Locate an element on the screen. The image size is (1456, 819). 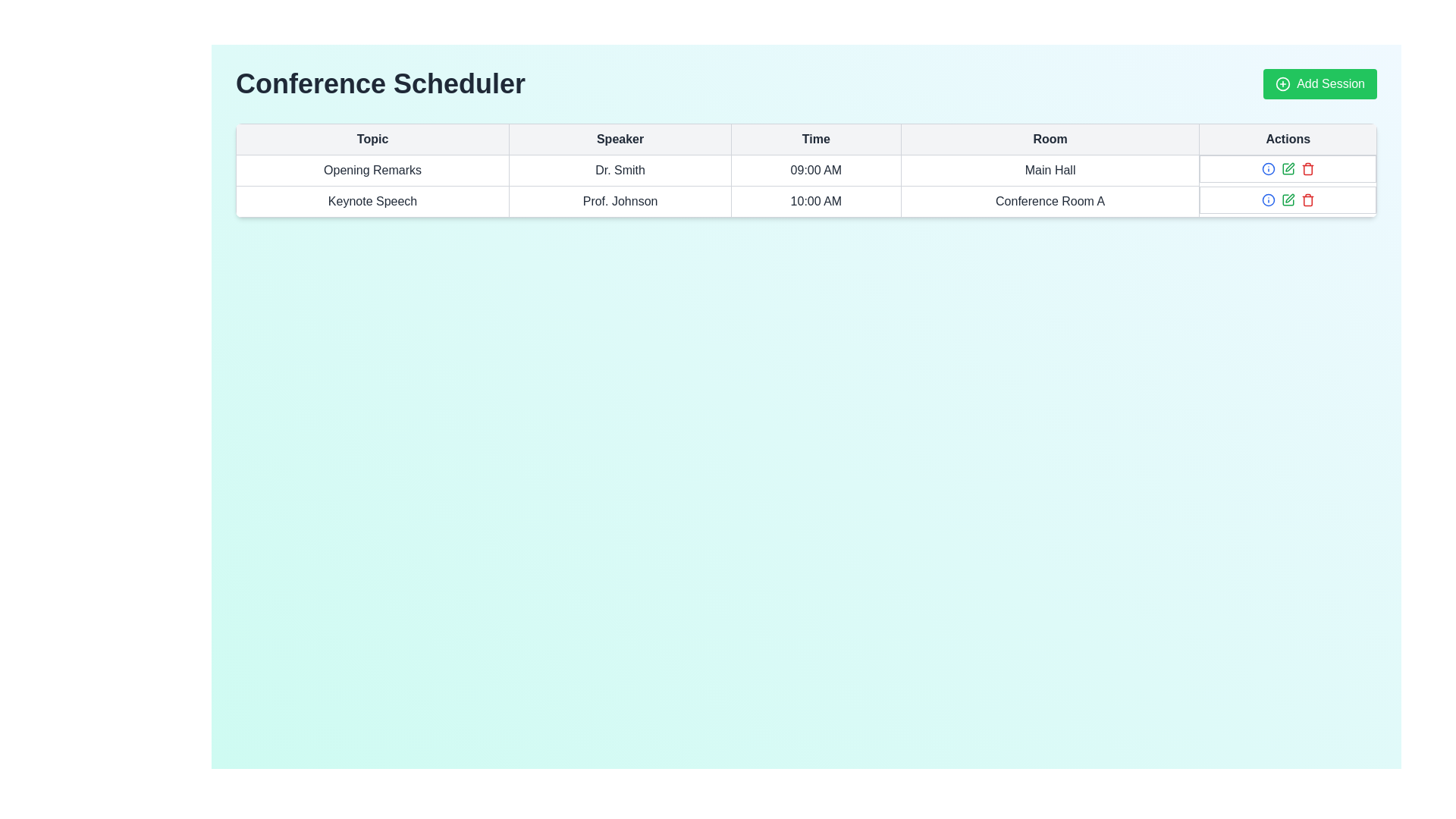
the Table Header Cell labeled 'Time', which is the third column header in the table, located between the 'Speaker' and 'Room' columns is located at coordinates (805, 140).